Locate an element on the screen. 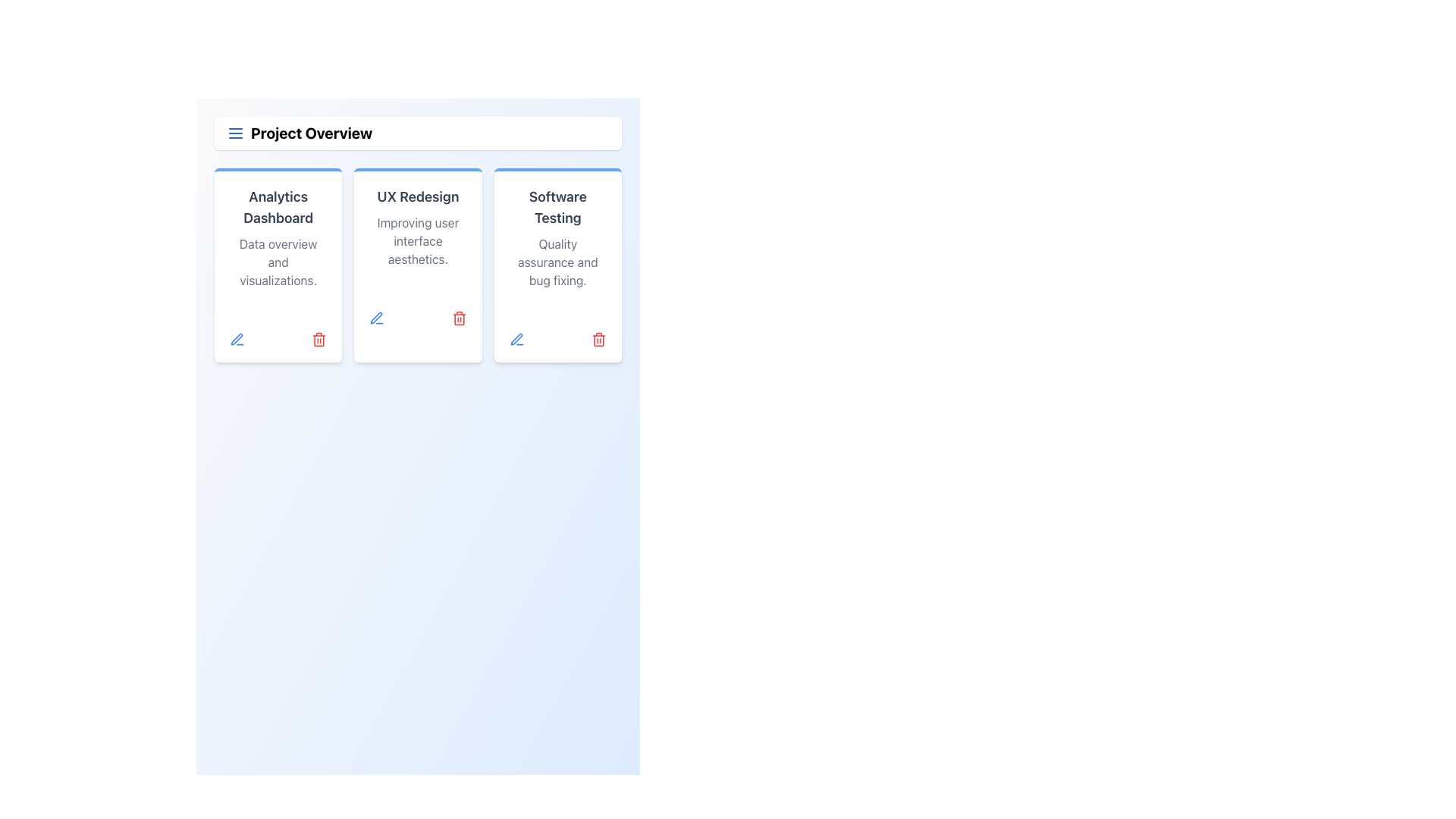 The width and height of the screenshot is (1456, 819). the 'UX Redesign' card component is located at coordinates (418, 265).